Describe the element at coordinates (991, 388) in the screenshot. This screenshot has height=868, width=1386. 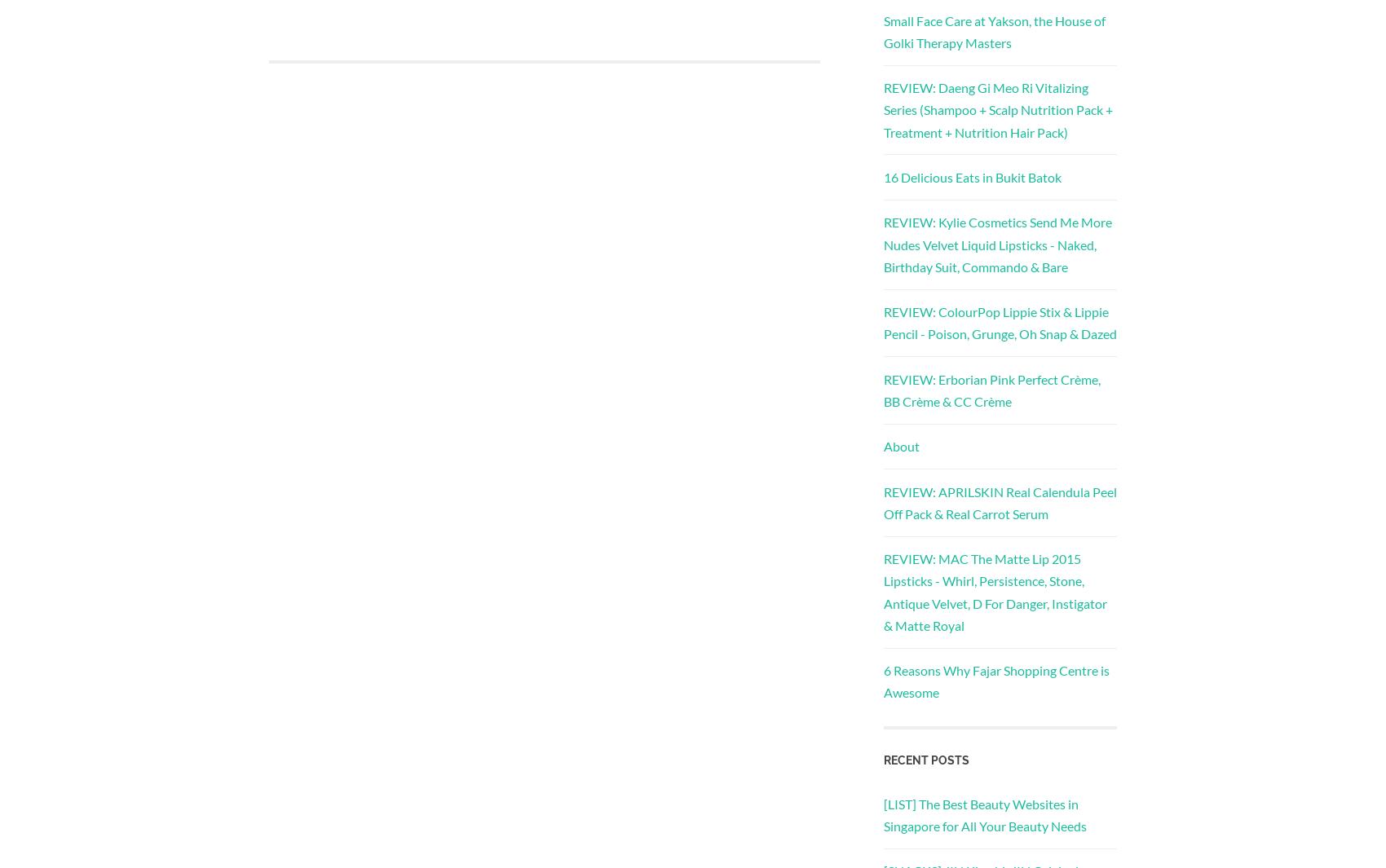
I see `'REVIEW: Erborian Pink Perfect Crème, BB Crème & CC Crème'` at that location.